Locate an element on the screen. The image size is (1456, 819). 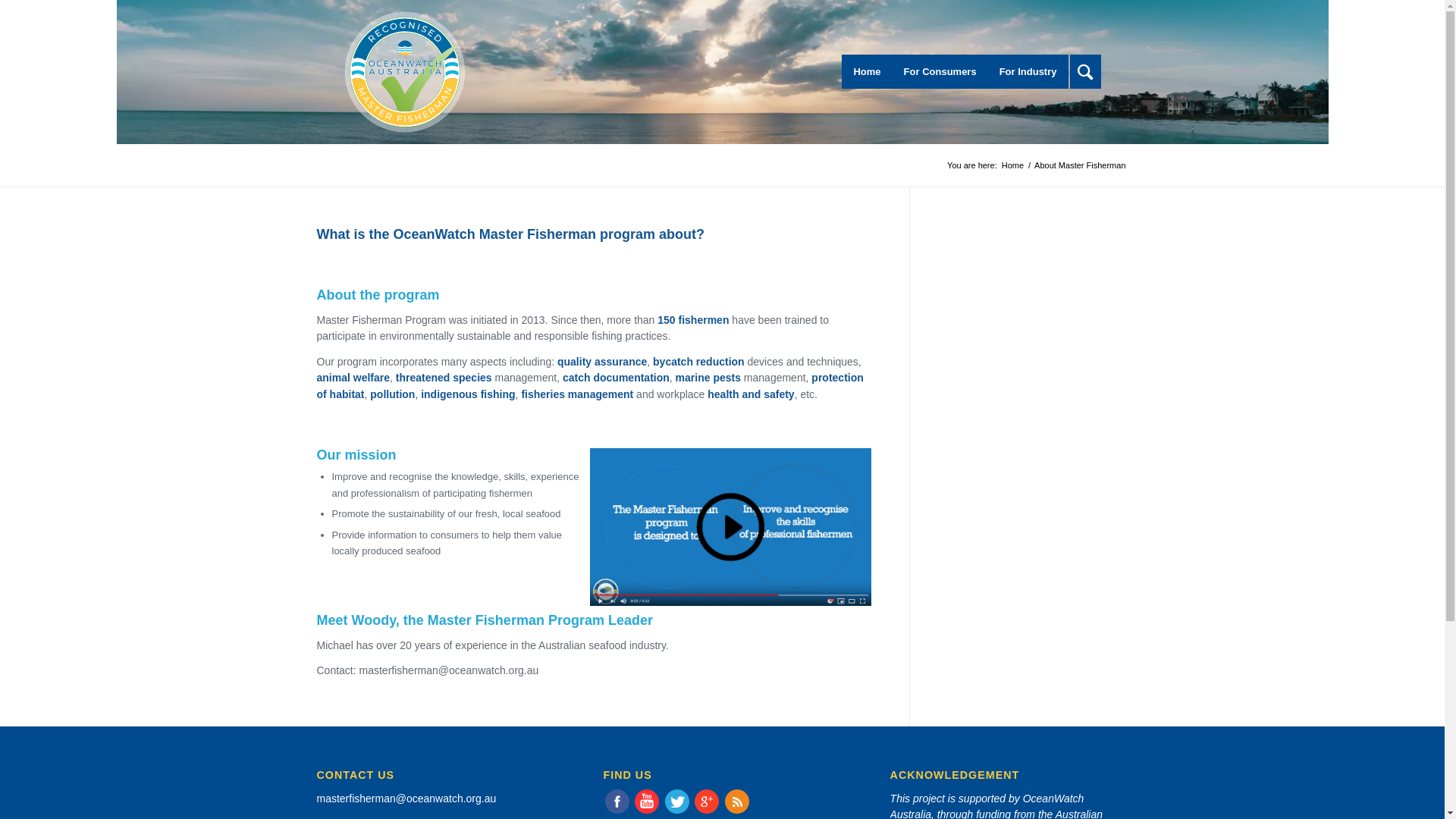
'Home' is located at coordinates (999, 165).